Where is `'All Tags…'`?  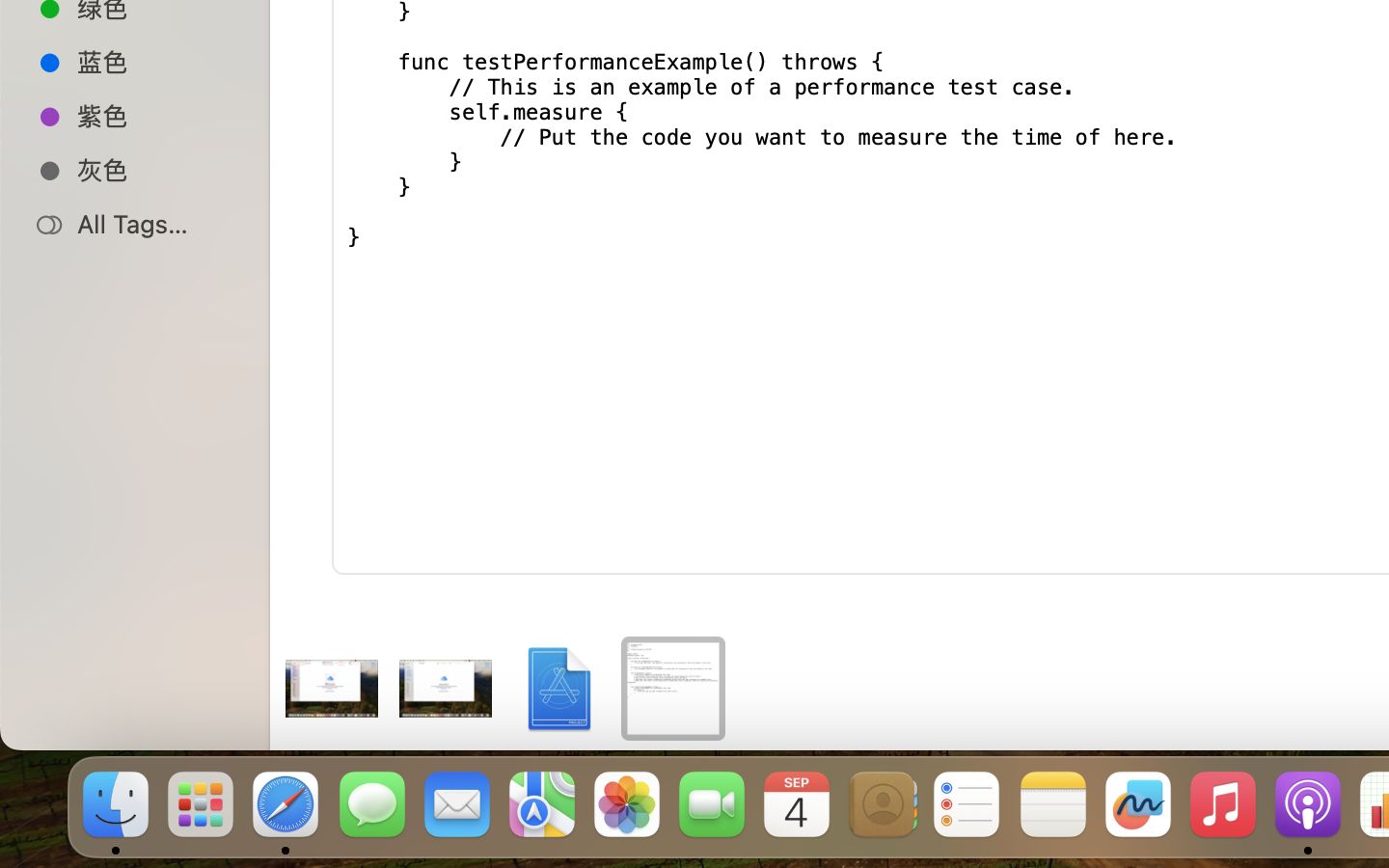
'All Tags…' is located at coordinates (153, 223).